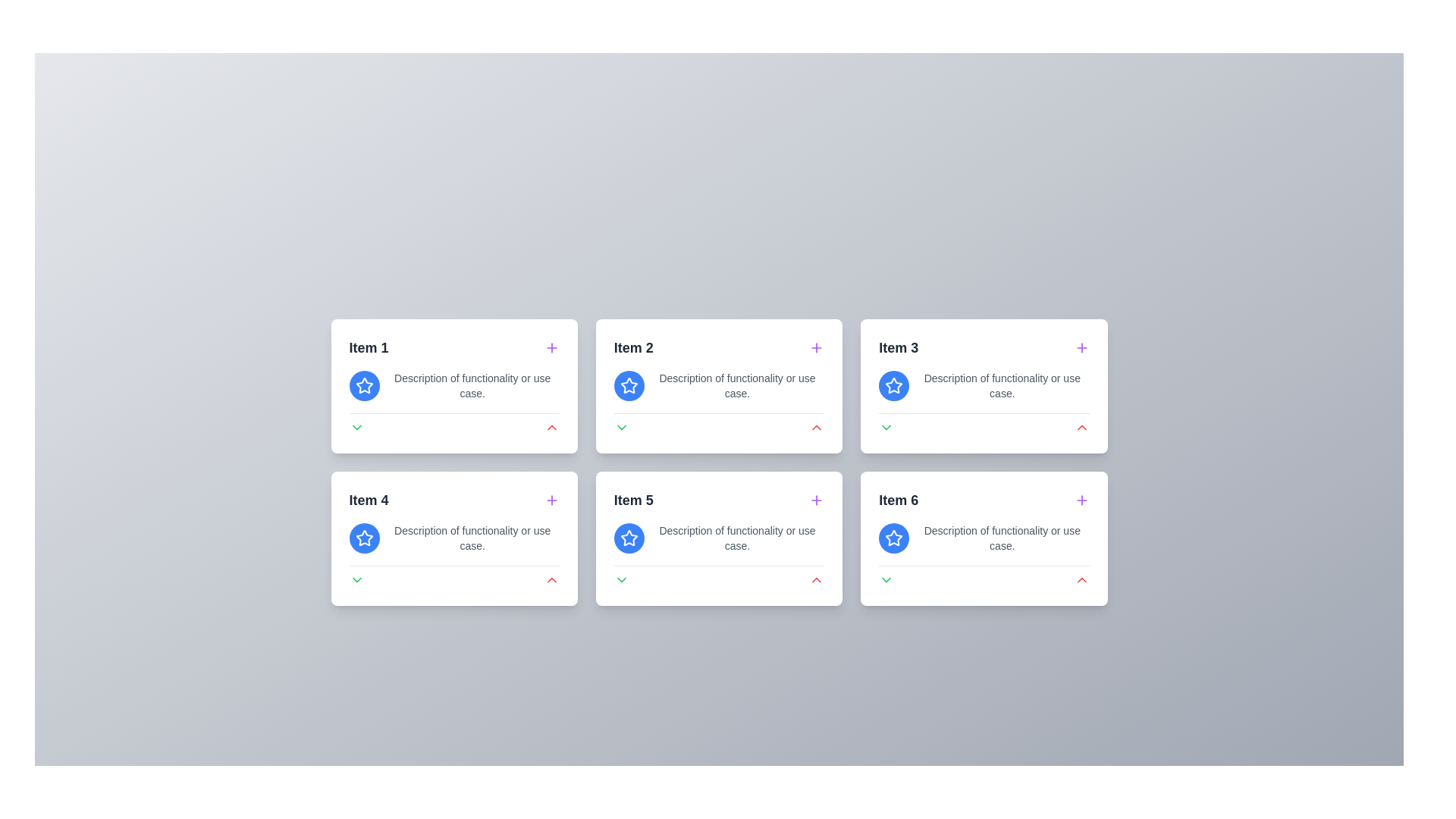  Describe the element at coordinates (629, 537) in the screenshot. I see `the star-shaped icon with a white outline and solid blue background located at the top-left of the rectangular card labeled 'Item 5' to interact with it` at that location.